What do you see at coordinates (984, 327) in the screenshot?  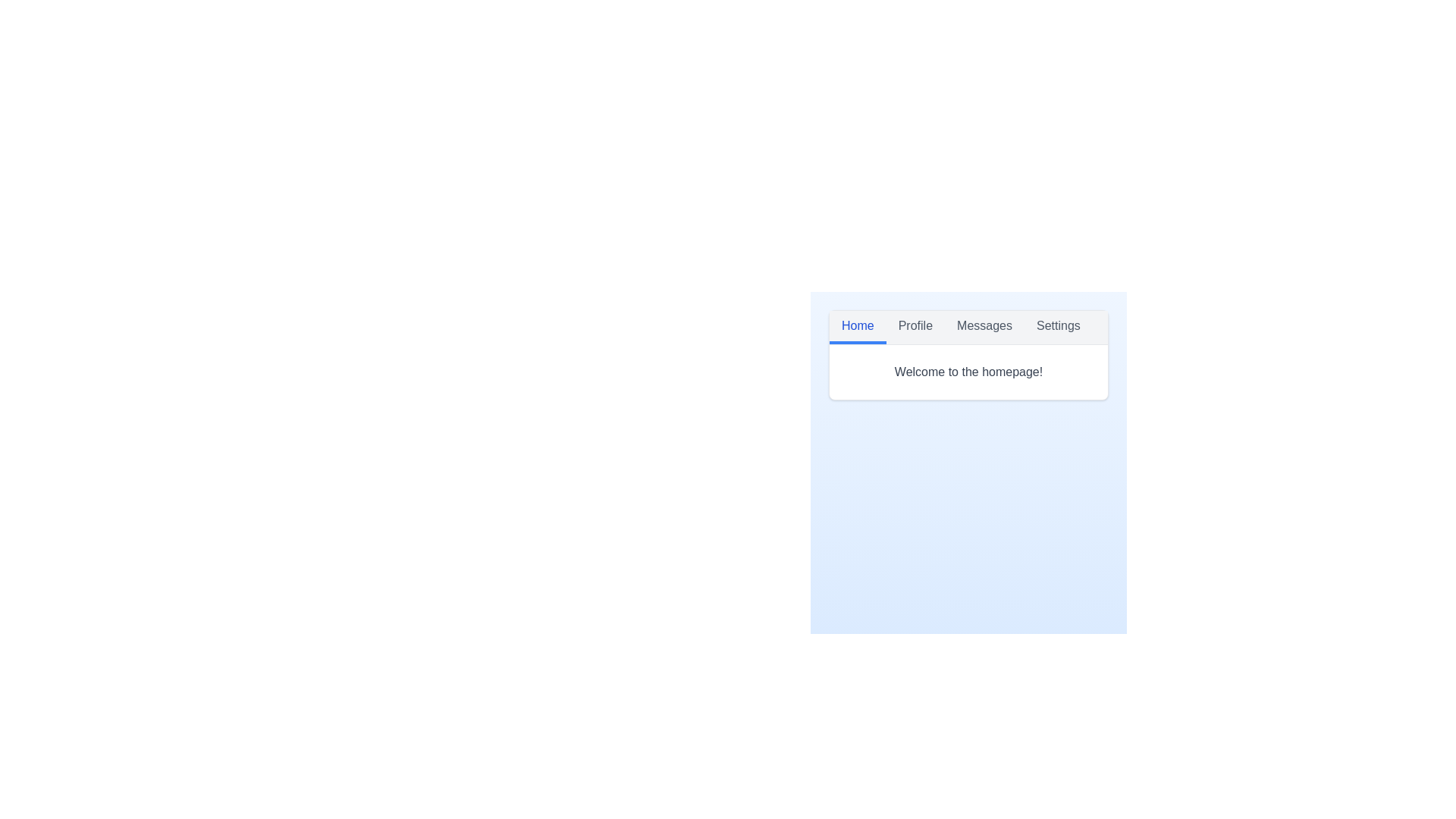 I see `the 'Messages' tab in the horizontal navigation menu` at bounding box center [984, 327].